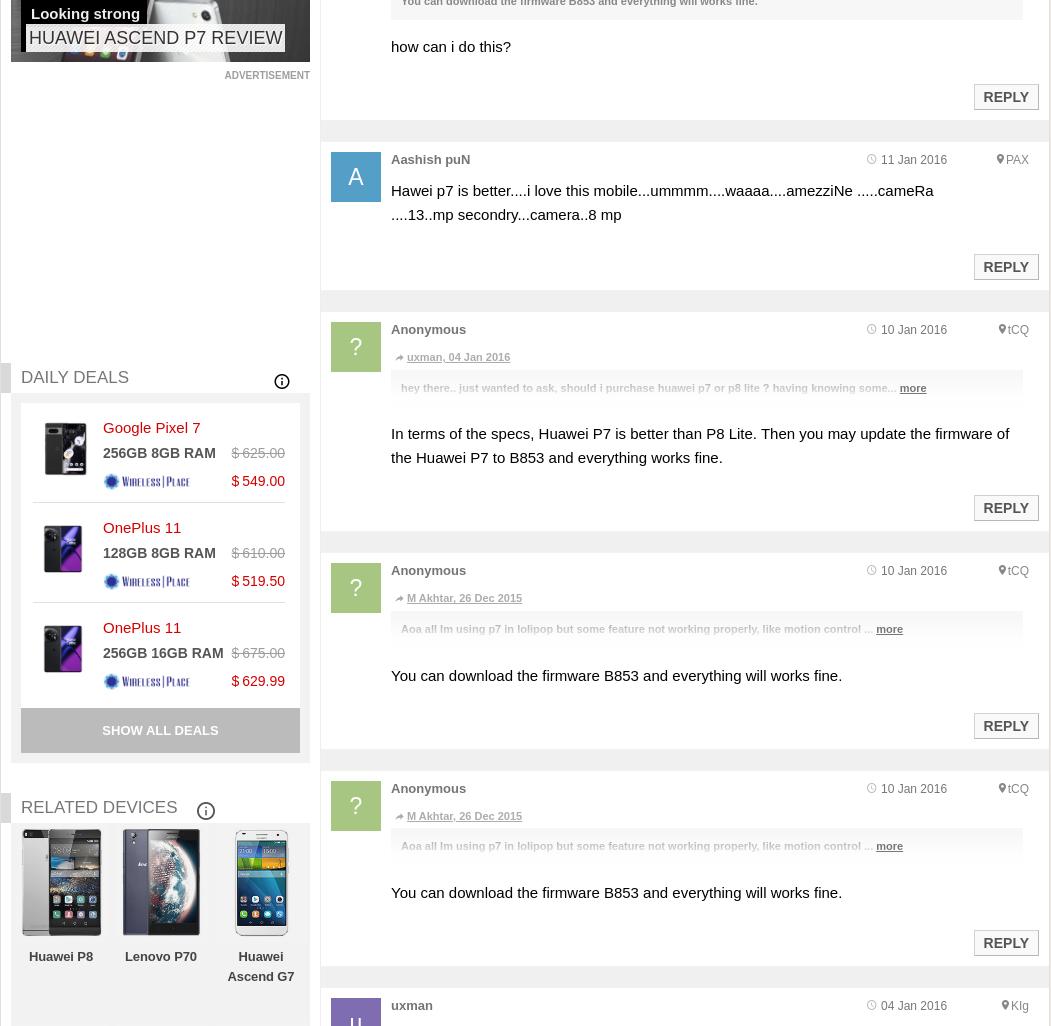 The image size is (1051, 1026). I want to click on '128GB 8GB RAM', so click(158, 553).